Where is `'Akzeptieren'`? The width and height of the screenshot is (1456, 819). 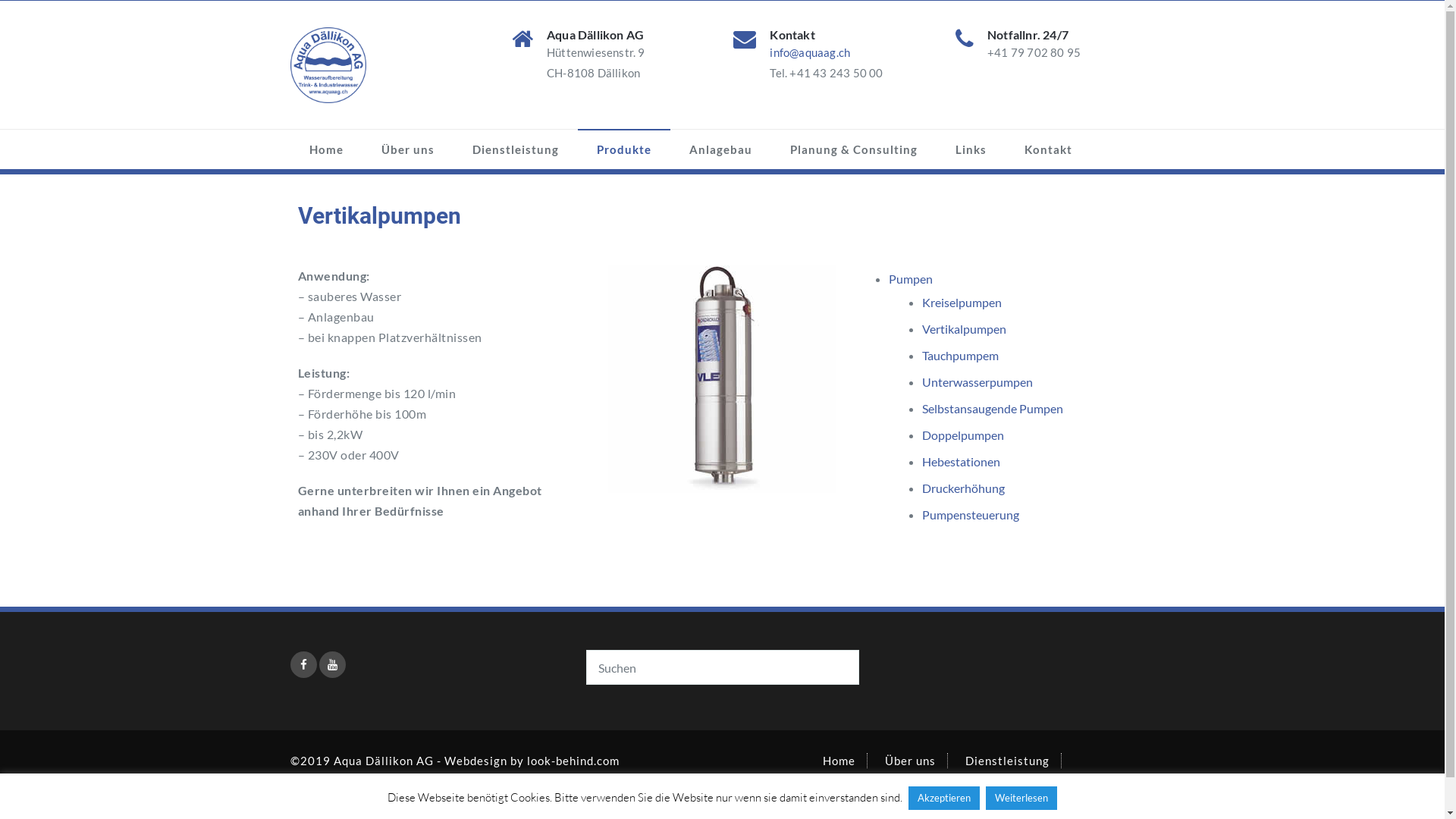
'Akzeptieren' is located at coordinates (908, 797).